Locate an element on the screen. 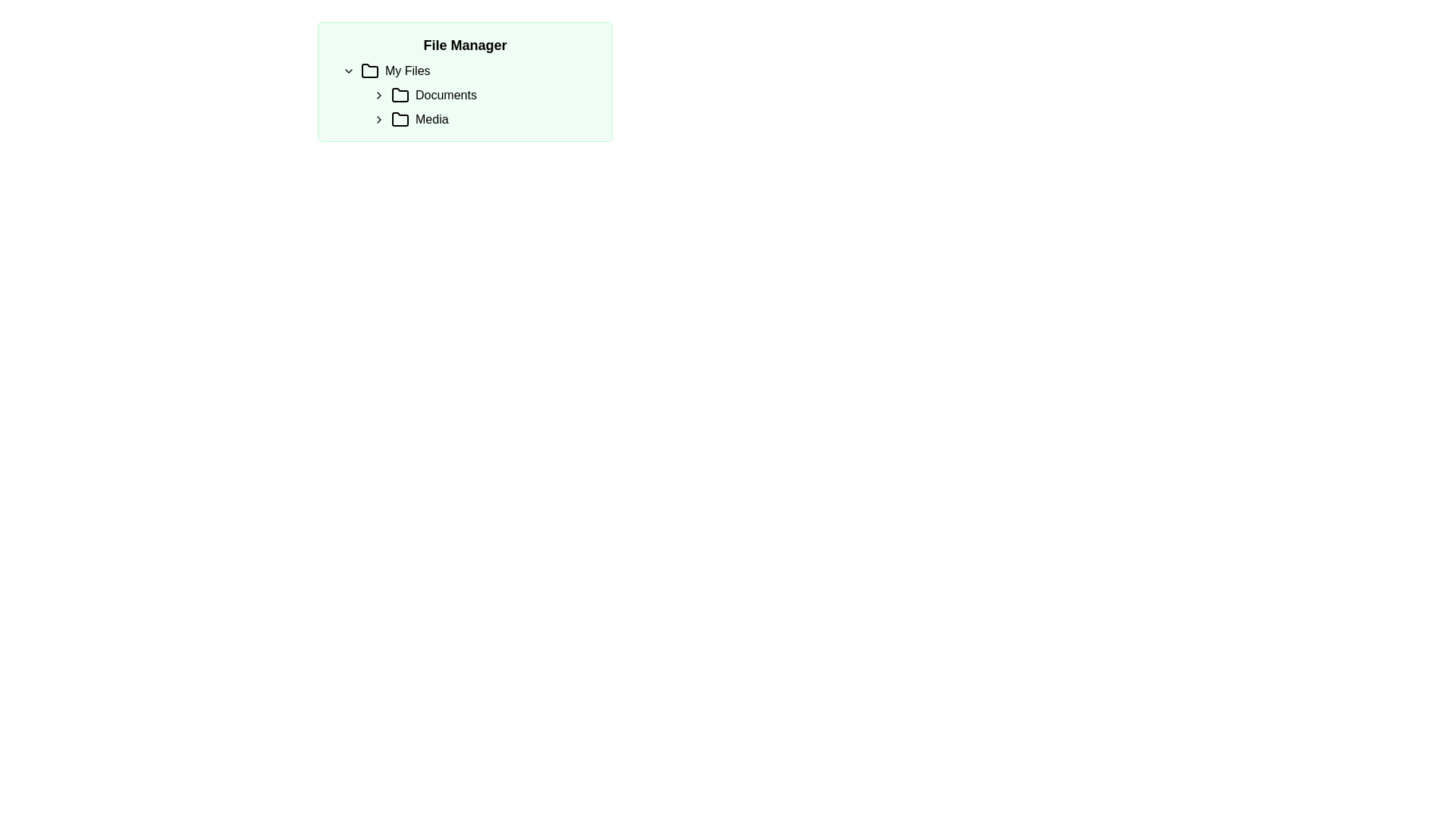  on the 'Documents' text label located under the 'My Files' section in the file management interface is located at coordinates (470, 96).